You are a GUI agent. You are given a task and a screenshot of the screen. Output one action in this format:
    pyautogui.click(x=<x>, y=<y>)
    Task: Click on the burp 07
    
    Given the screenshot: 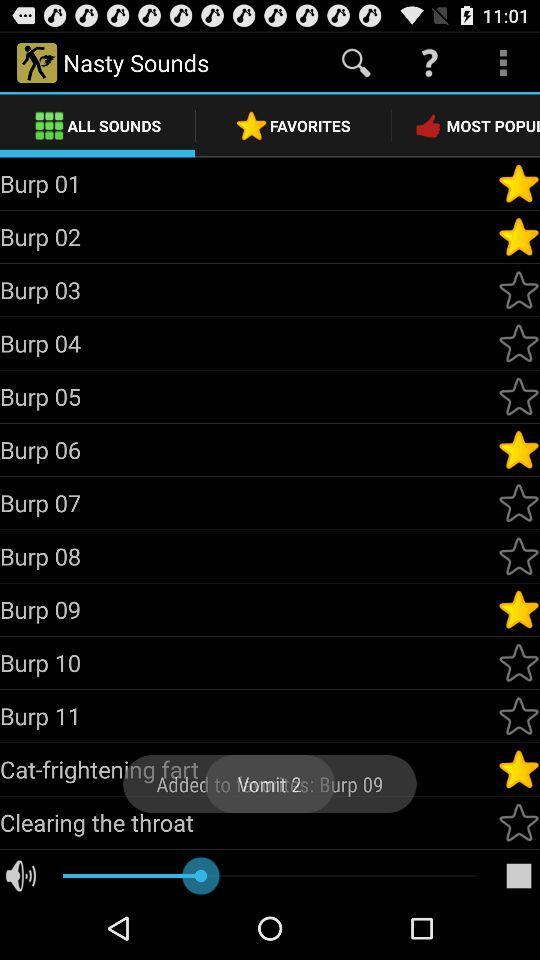 What is the action you would take?
    pyautogui.click(x=248, y=502)
    